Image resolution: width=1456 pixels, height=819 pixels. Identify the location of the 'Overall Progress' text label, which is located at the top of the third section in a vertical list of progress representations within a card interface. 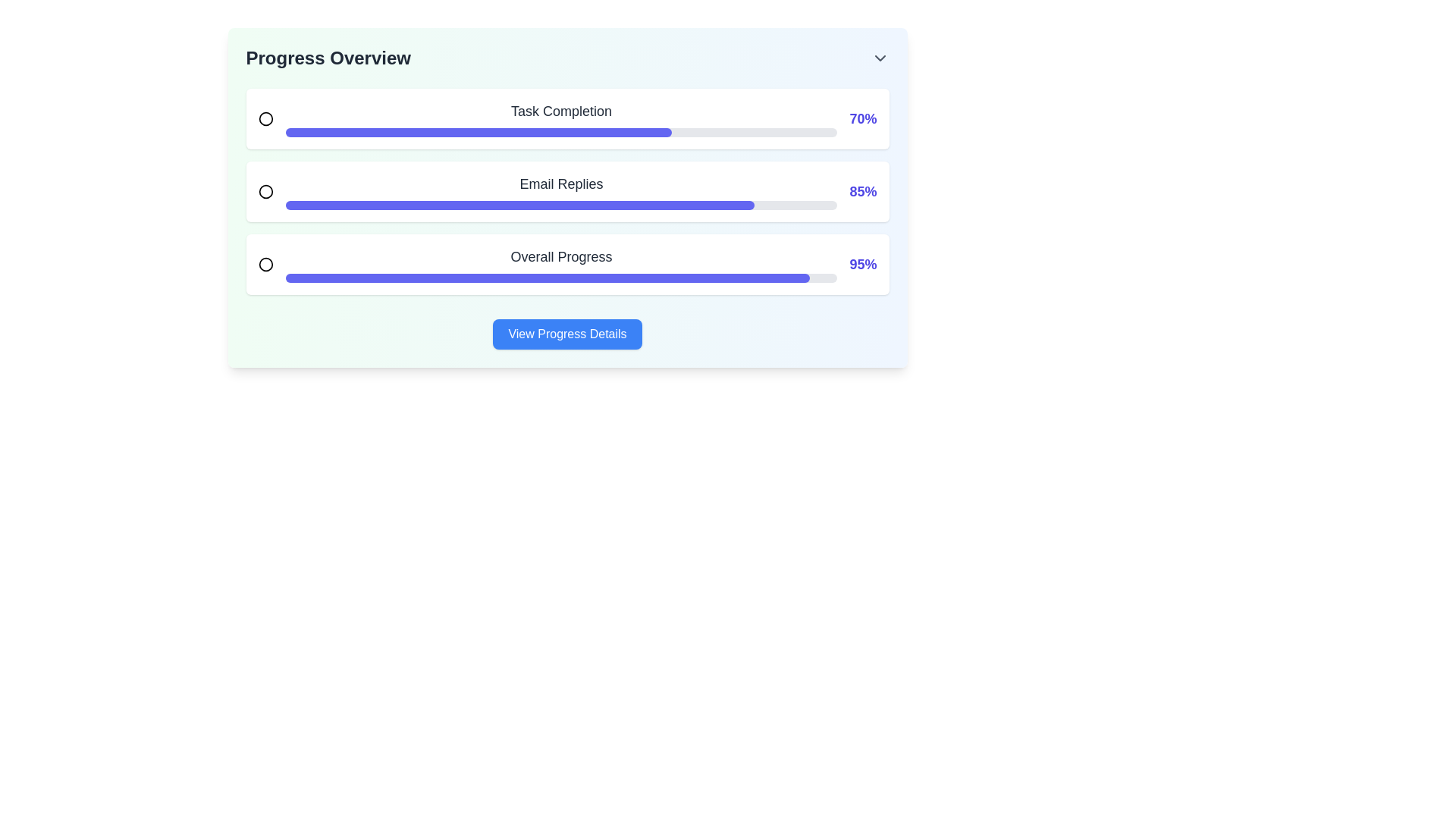
(560, 256).